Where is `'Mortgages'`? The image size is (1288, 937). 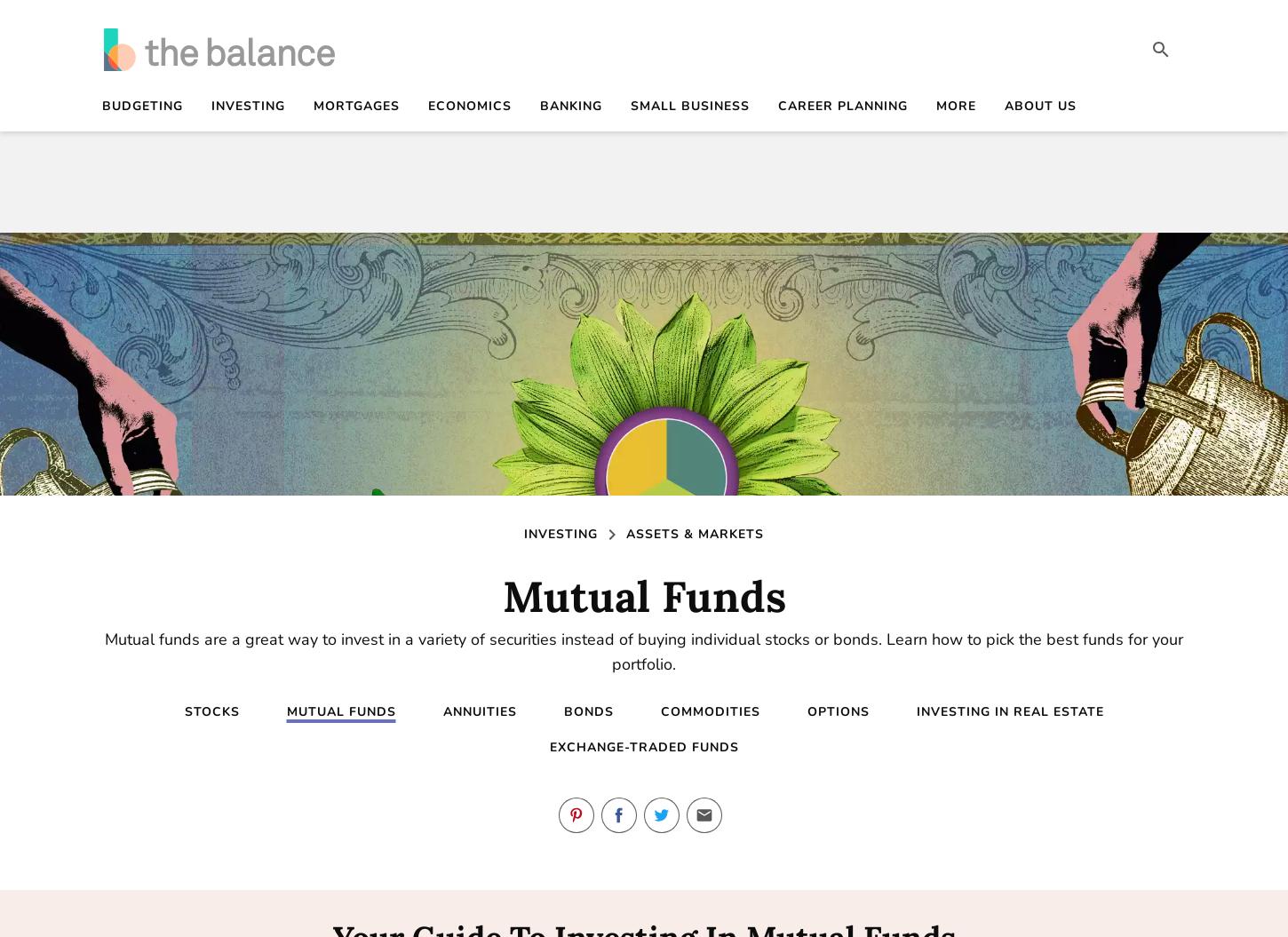
'Mortgages' is located at coordinates (355, 106).